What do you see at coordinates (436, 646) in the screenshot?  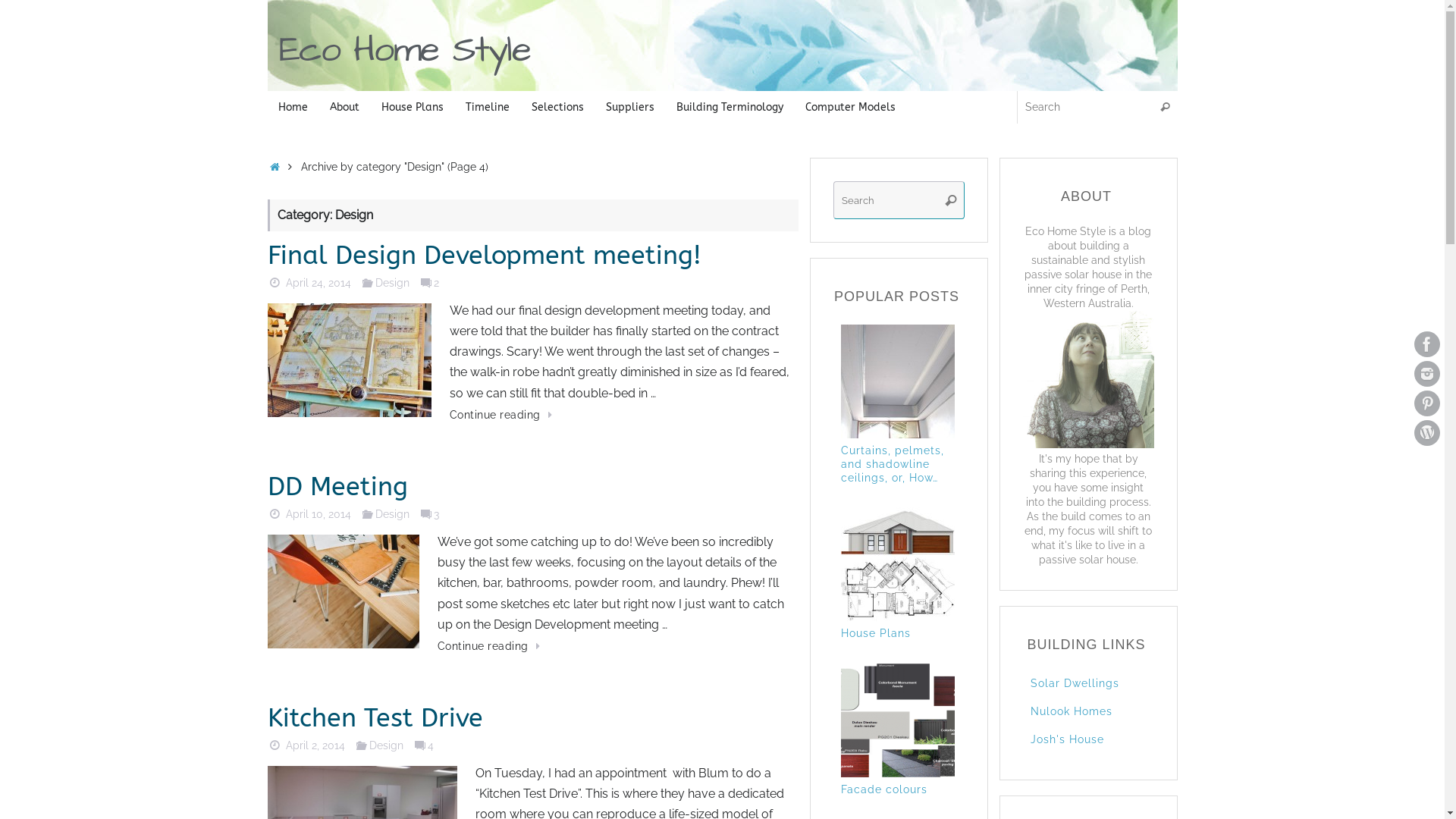 I see `'Continue reading'` at bounding box center [436, 646].